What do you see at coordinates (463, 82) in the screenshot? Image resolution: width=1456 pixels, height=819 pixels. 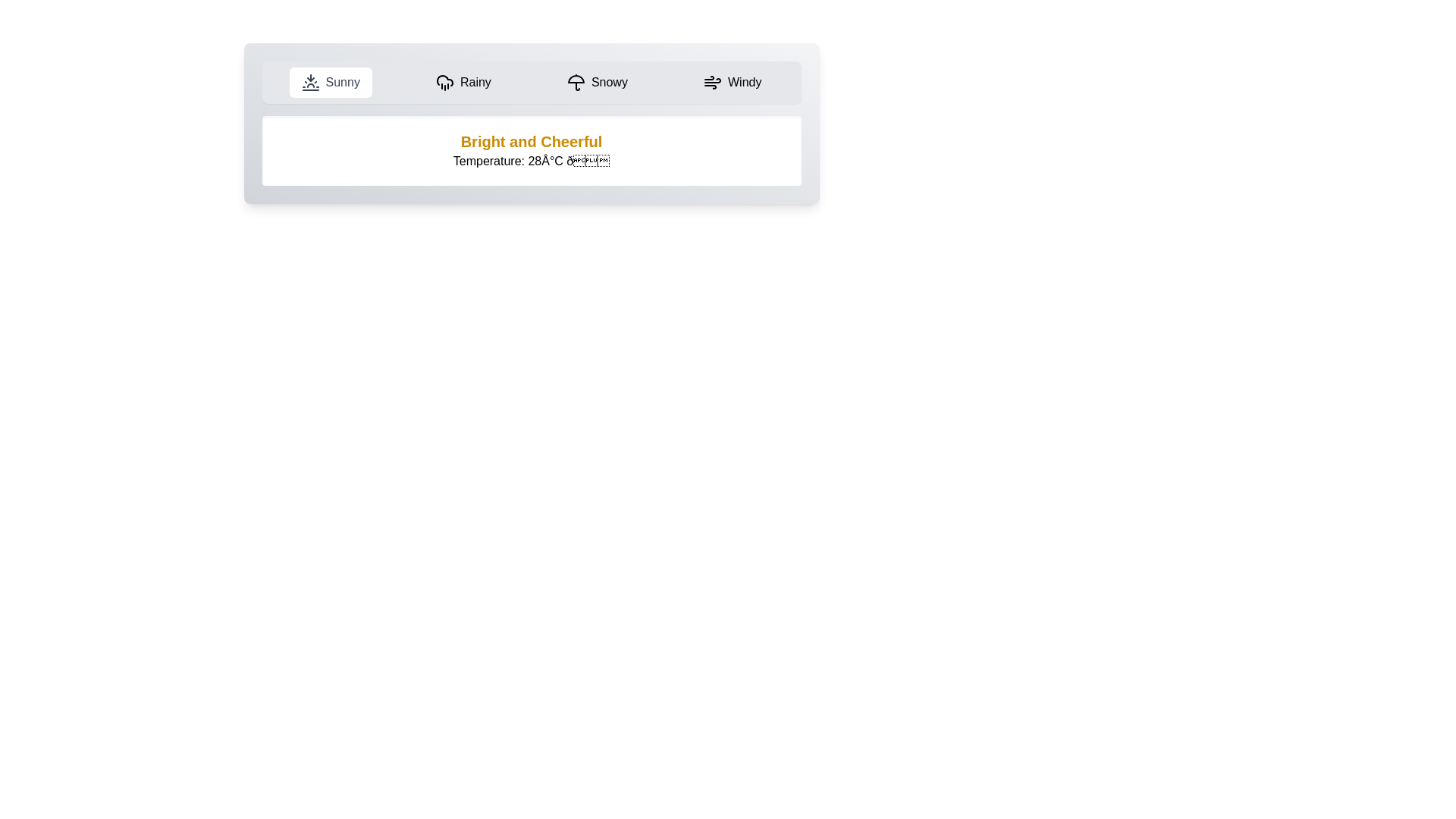 I see `the Rainy tab to display its content` at bounding box center [463, 82].